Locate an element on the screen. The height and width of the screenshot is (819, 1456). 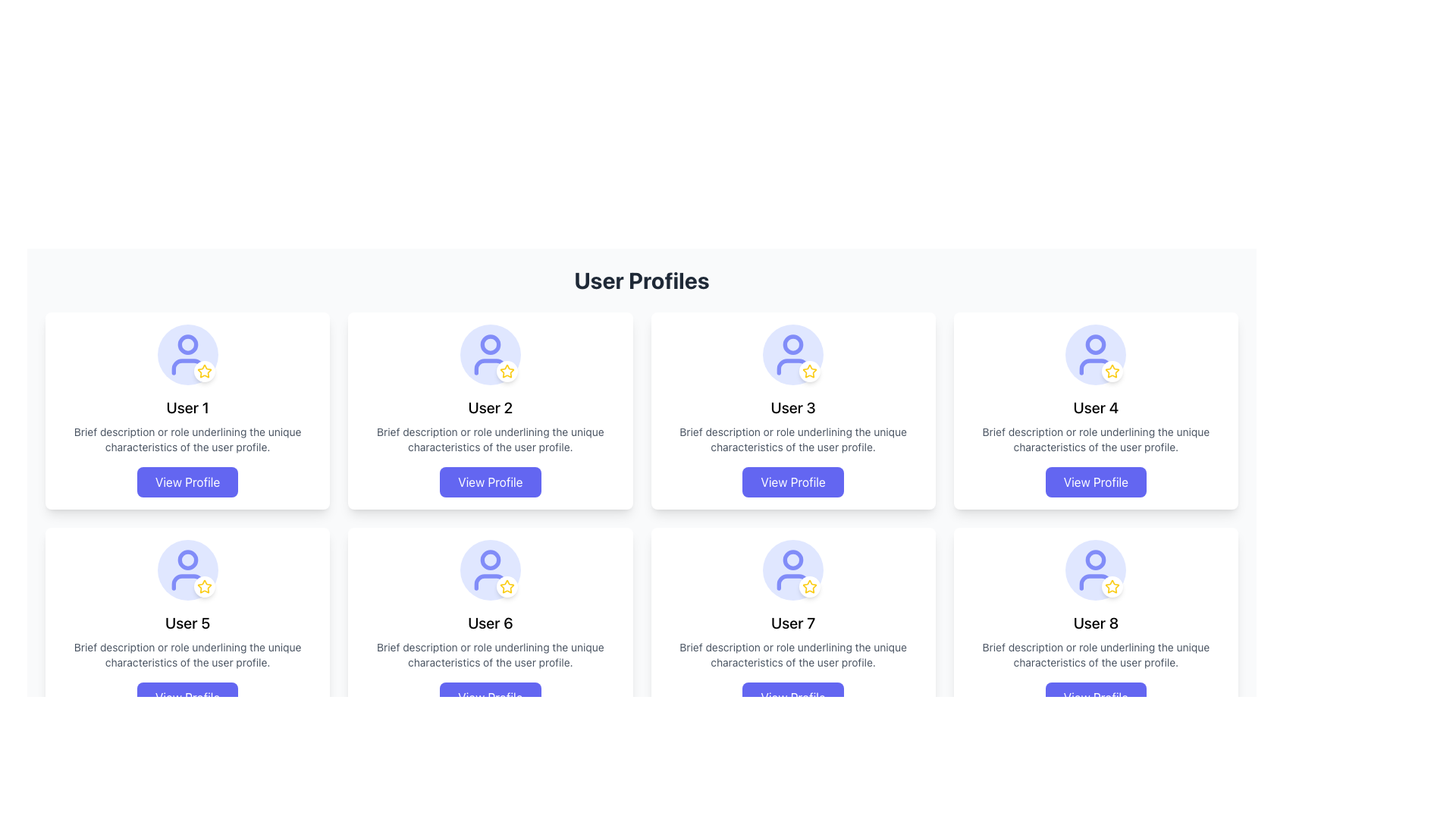
the graphical icon representing 'User 4' located in the top-right segment of the user profile grid is located at coordinates (1096, 354).